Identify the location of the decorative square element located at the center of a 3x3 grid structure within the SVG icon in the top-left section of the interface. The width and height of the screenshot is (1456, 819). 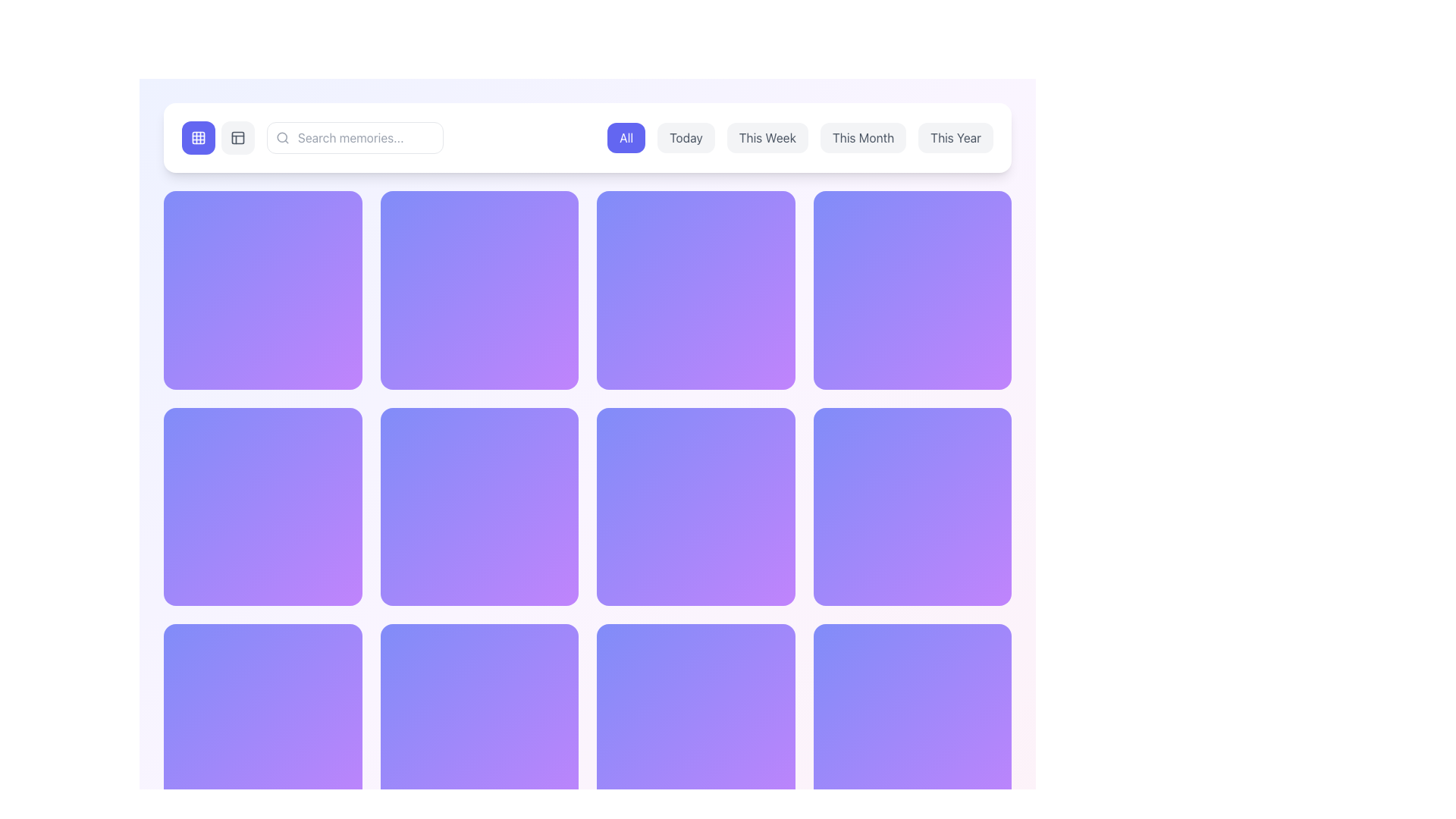
(198, 137).